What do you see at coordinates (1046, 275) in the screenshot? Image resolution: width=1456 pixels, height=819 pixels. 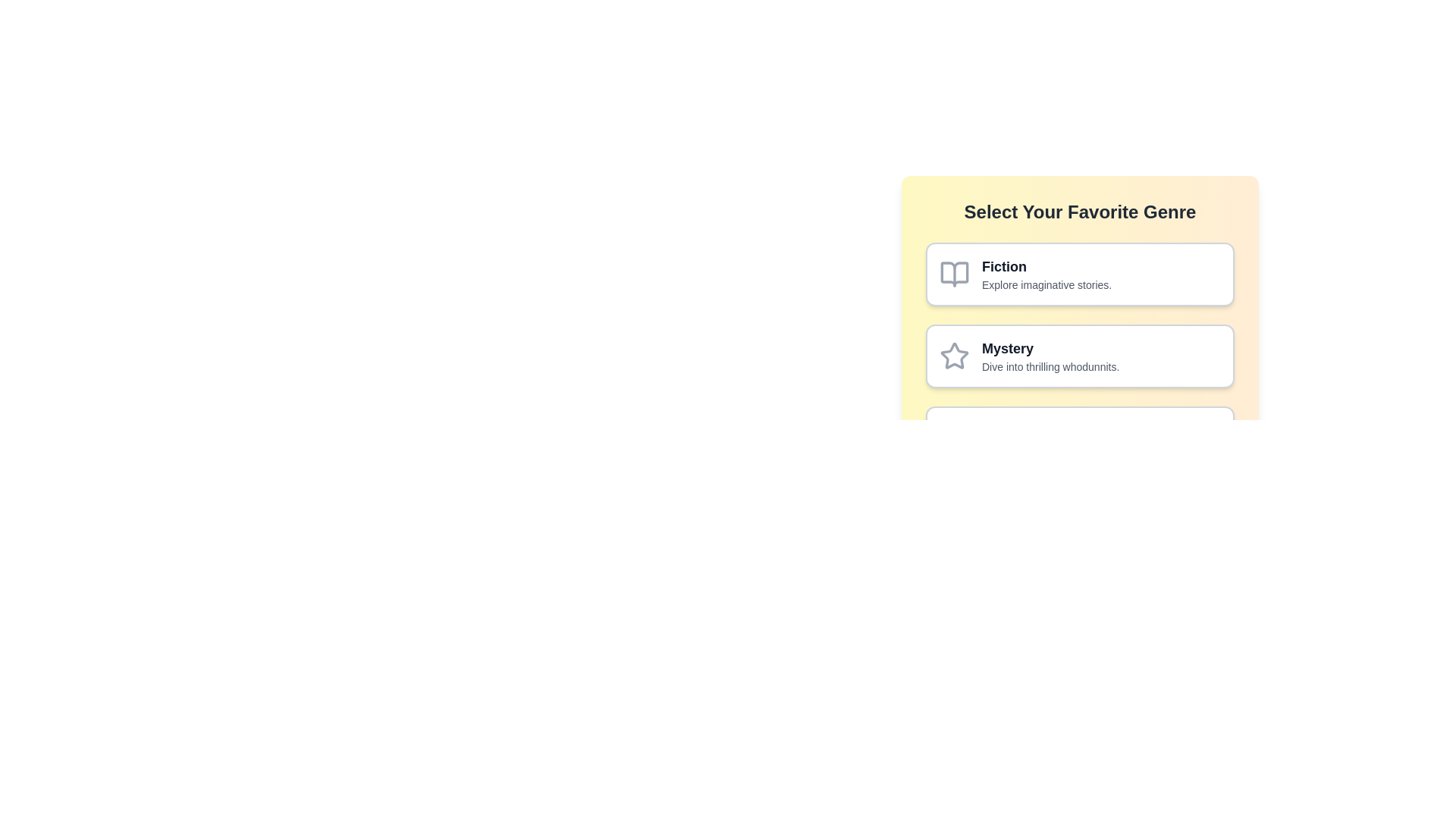 I see `the text content element that displays 'Fiction' in bold and 'Explore imaginative stories.' below it, located on a white background to the right of a book icon in a vertical list of genre cards` at bounding box center [1046, 275].